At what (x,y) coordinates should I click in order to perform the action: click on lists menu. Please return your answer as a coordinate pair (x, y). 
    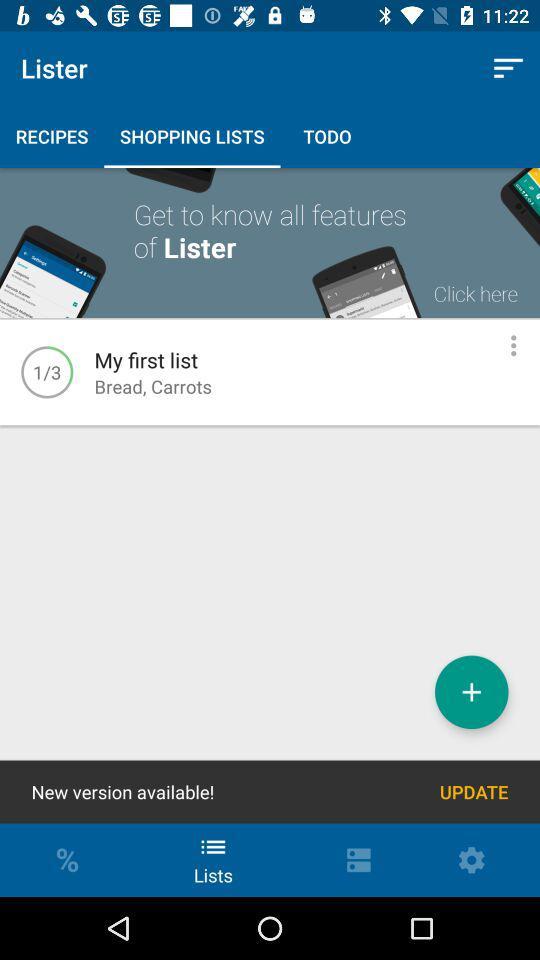
    Looking at the image, I should click on (513, 345).